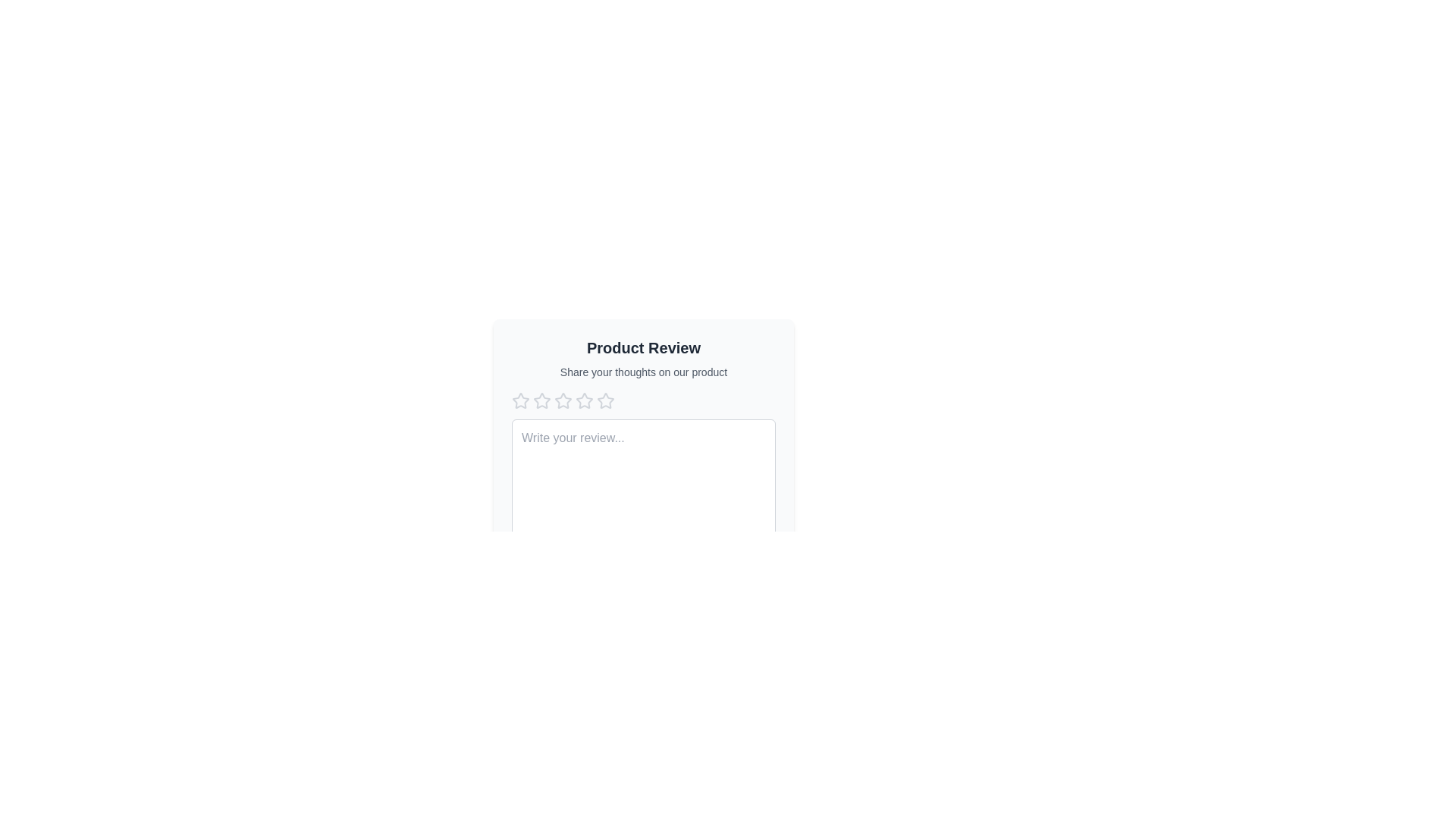 Image resolution: width=1456 pixels, height=819 pixels. I want to click on the third star in the row of five stars below the heading 'Product Review' to indicate a rating, so click(604, 400).